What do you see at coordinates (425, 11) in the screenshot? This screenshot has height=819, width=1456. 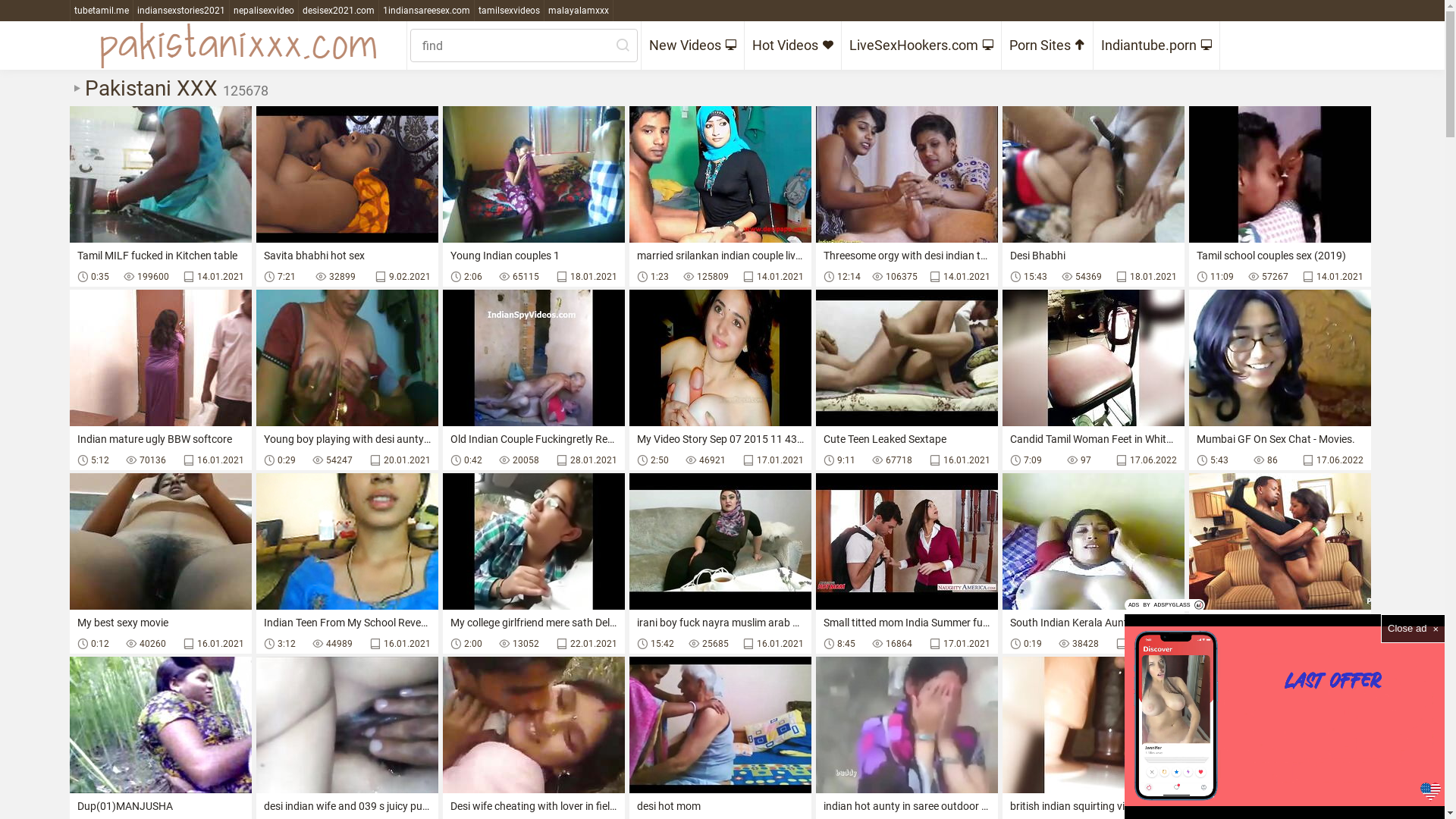 I see `'1indiansareesex.com'` at bounding box center [425, 11].